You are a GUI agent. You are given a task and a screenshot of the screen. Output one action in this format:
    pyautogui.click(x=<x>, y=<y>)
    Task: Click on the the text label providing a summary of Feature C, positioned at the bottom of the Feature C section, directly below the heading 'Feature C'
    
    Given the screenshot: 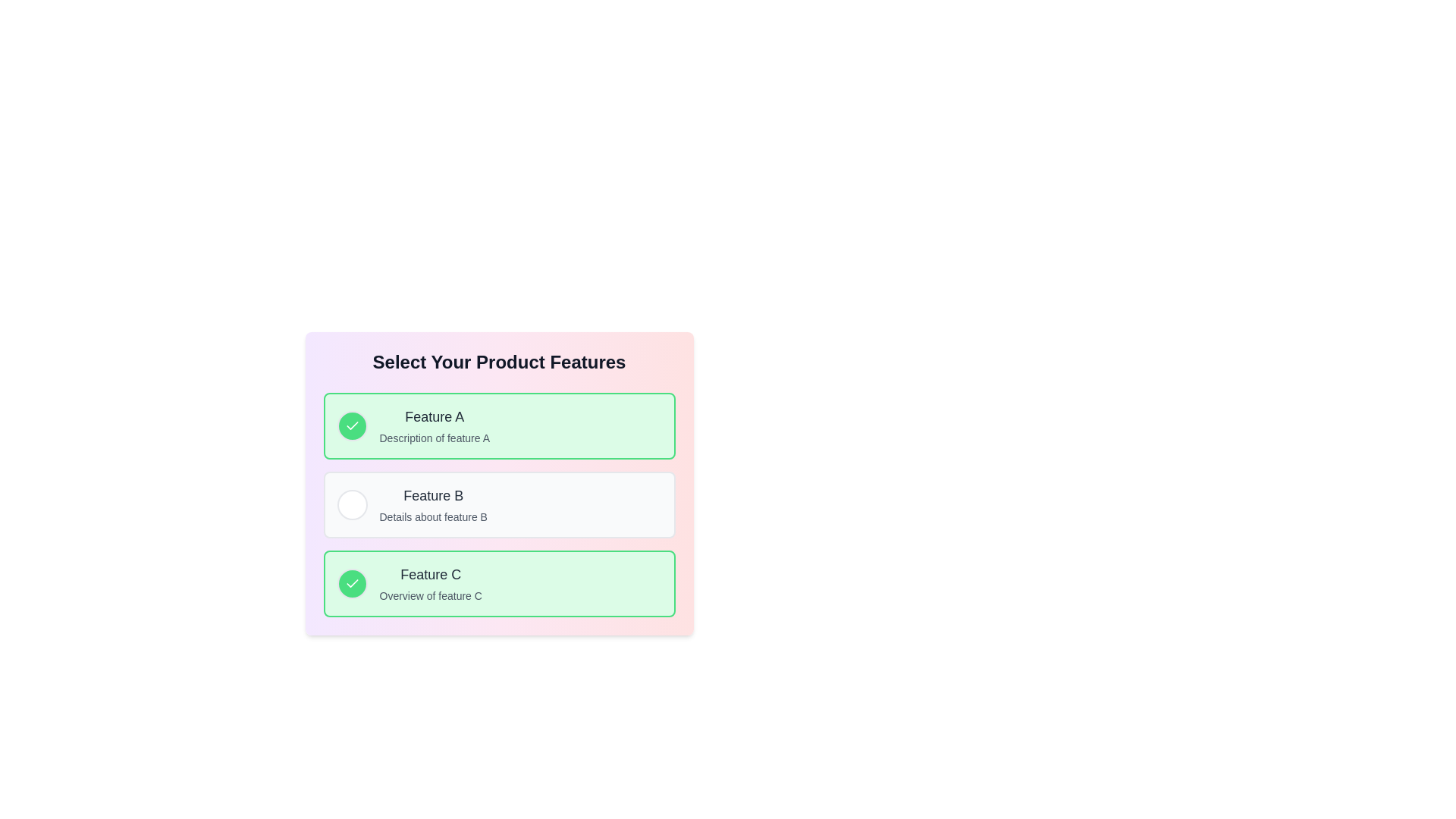 What is the action you would take?
    pyautogui.click(x=430, y=595)
    